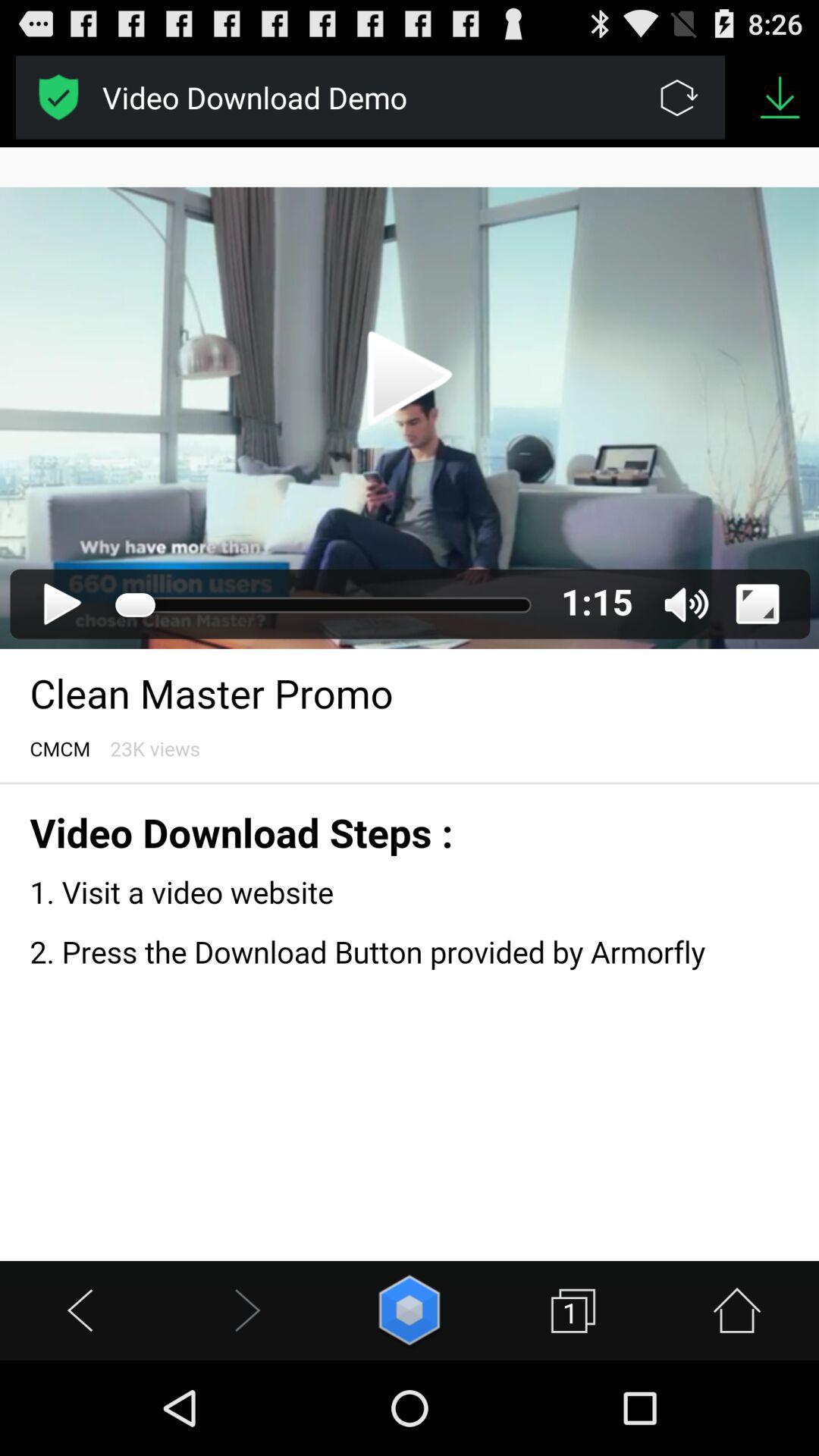 The image size is (819, 1456). Describe the element at coordinates (58, 96) in the screenshot. I see `ok` at that location.